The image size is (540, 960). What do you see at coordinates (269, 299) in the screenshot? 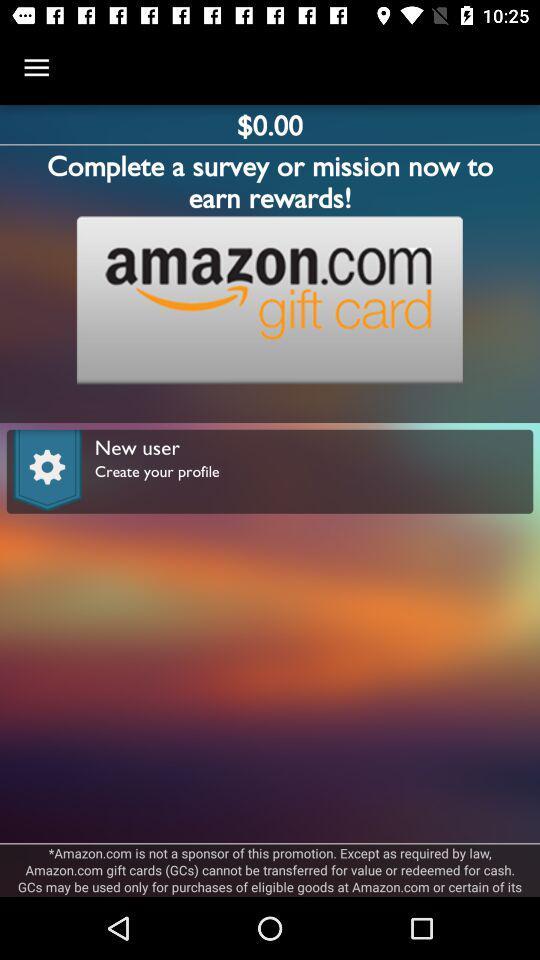
I see `hyperlink button` at bounding box center [269, 299].